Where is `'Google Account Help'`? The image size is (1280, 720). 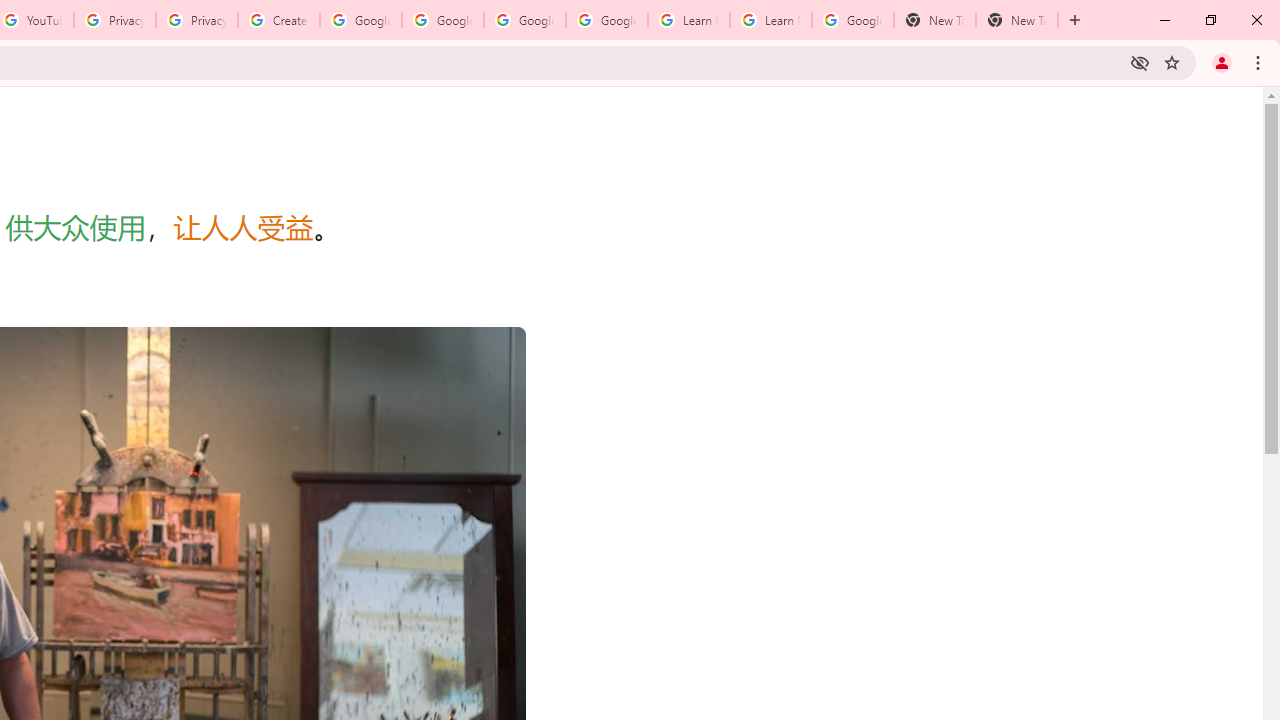
'Google Account Help' is located at coordinates (360, 20).